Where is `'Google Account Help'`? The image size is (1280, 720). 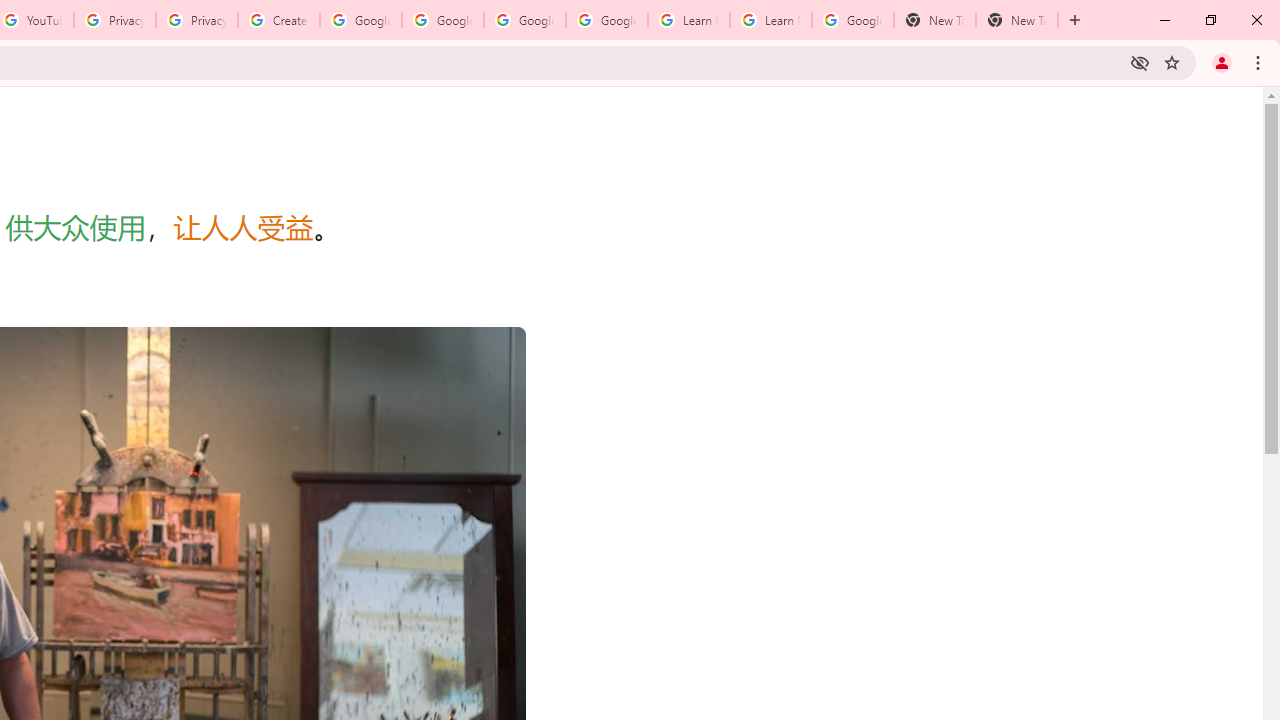
'Google Account Help' is located at coordinates (360, 20).